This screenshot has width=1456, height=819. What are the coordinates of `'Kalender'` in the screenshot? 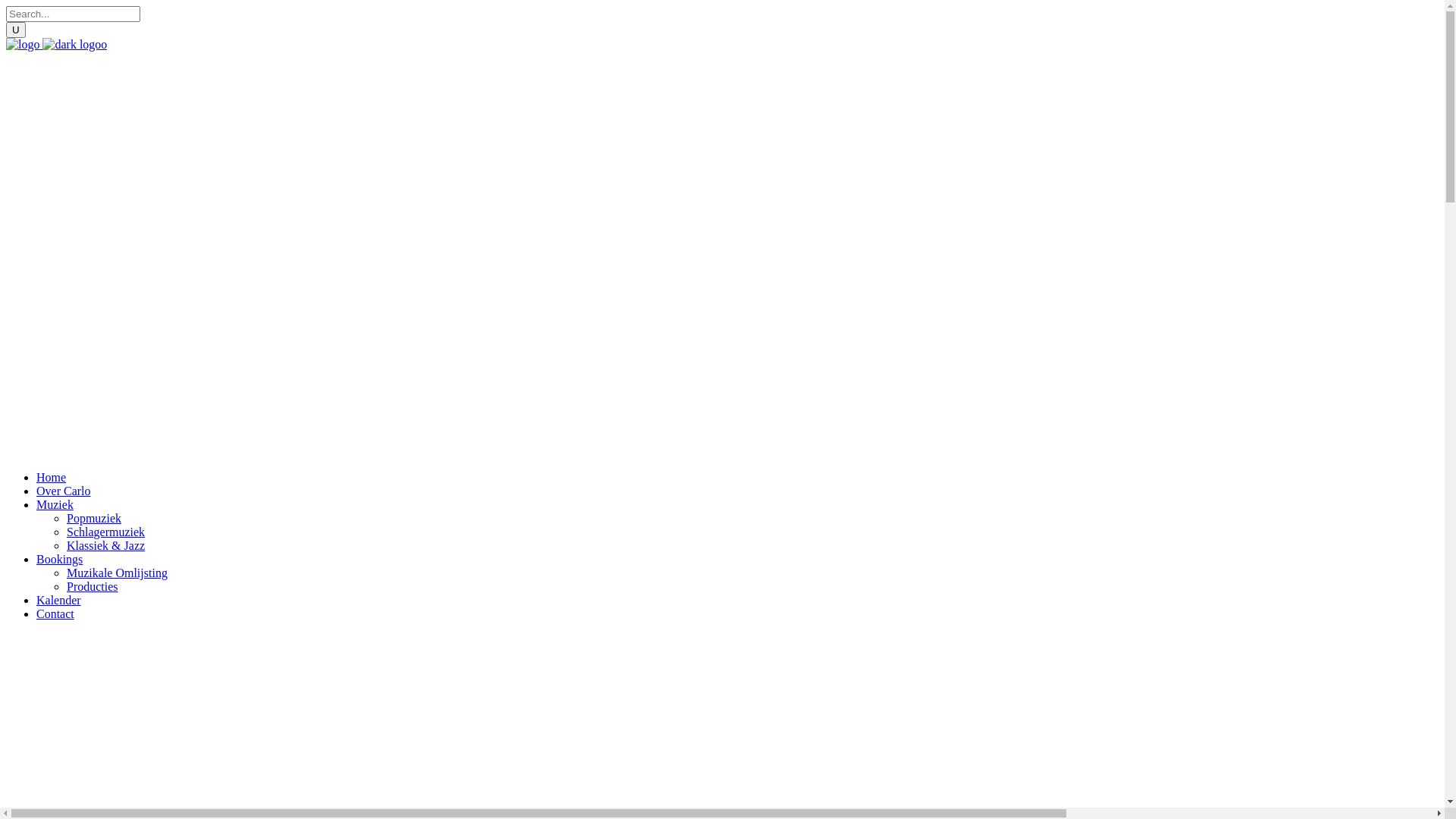 It's located at (58, 599).